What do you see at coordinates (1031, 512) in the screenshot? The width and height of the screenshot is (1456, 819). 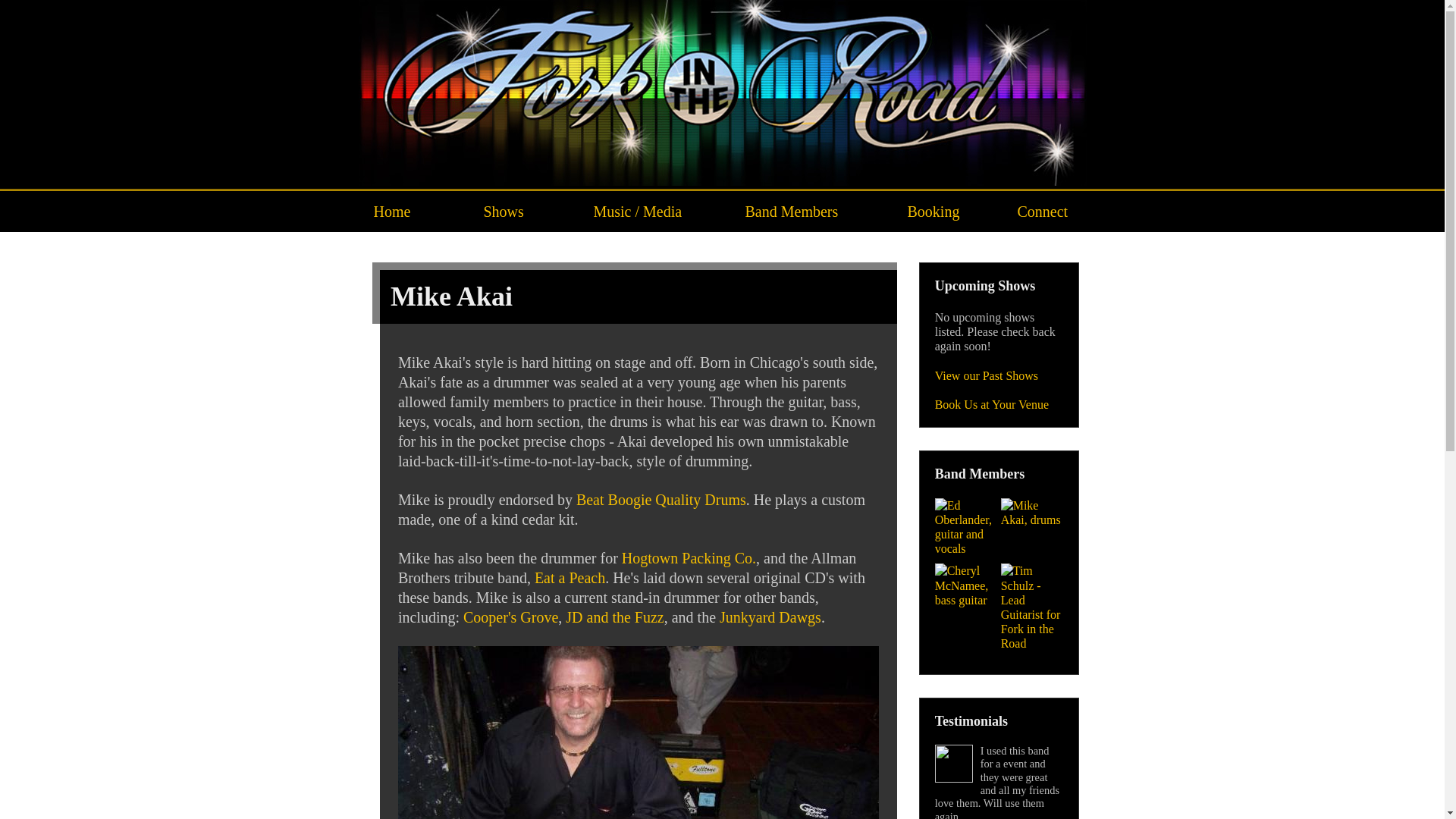 I see `'Mike Akai, drums'` at bounding box center [1031, 512].